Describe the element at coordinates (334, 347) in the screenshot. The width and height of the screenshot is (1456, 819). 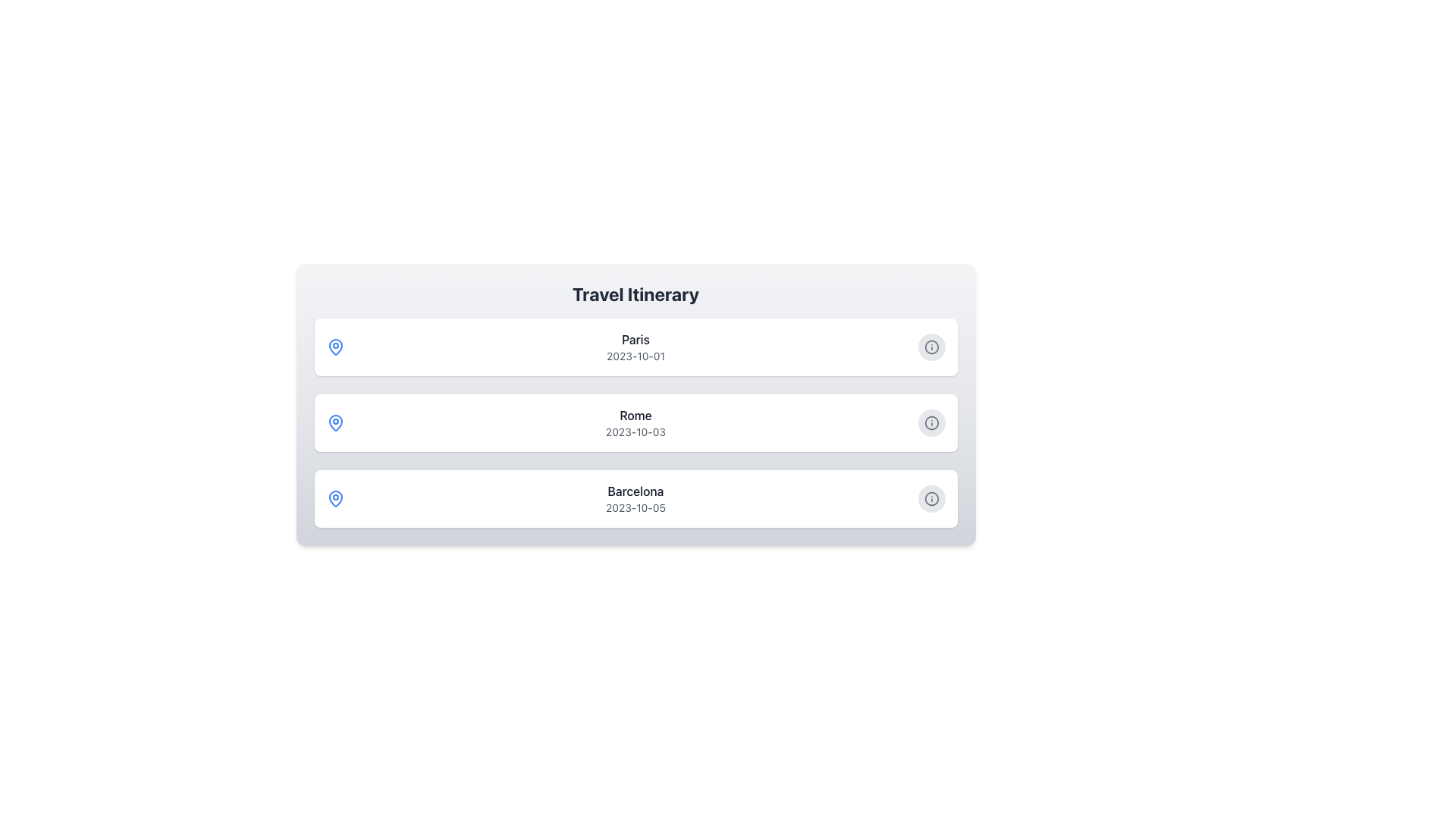
I see `the graphical icon located in the first row of the 'Travel Itinerary' list, positioned to the left of the 'Paris' text label` at that location.